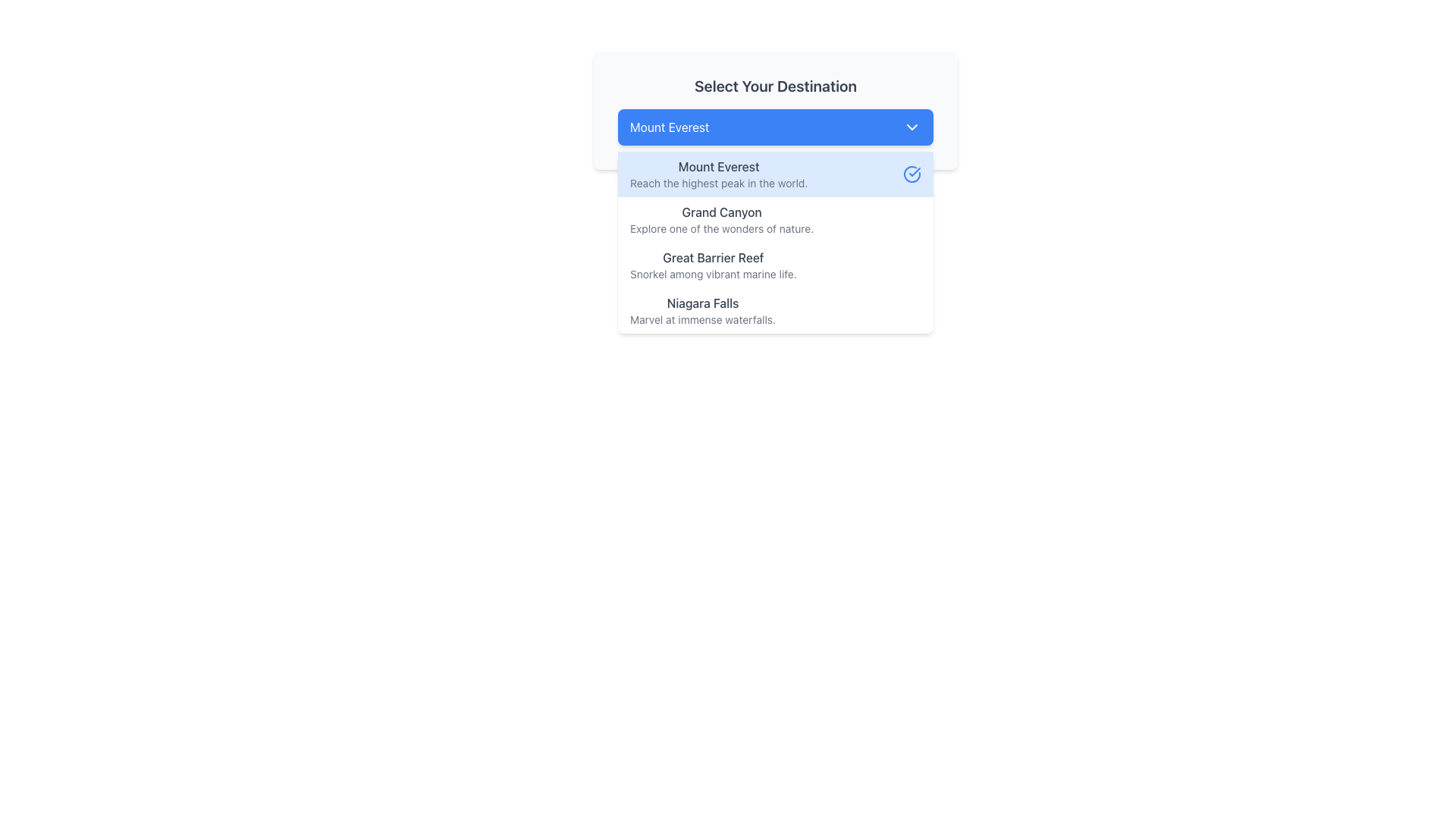 The height and width of the screenshot is (819, 1456). I want to click on the List Entry titled 'Niagara Falls' by clicking on it. This entry is the fourth item in a dropdown menu, positioned below 'Great Barrier Reef.', so click(775, 309).